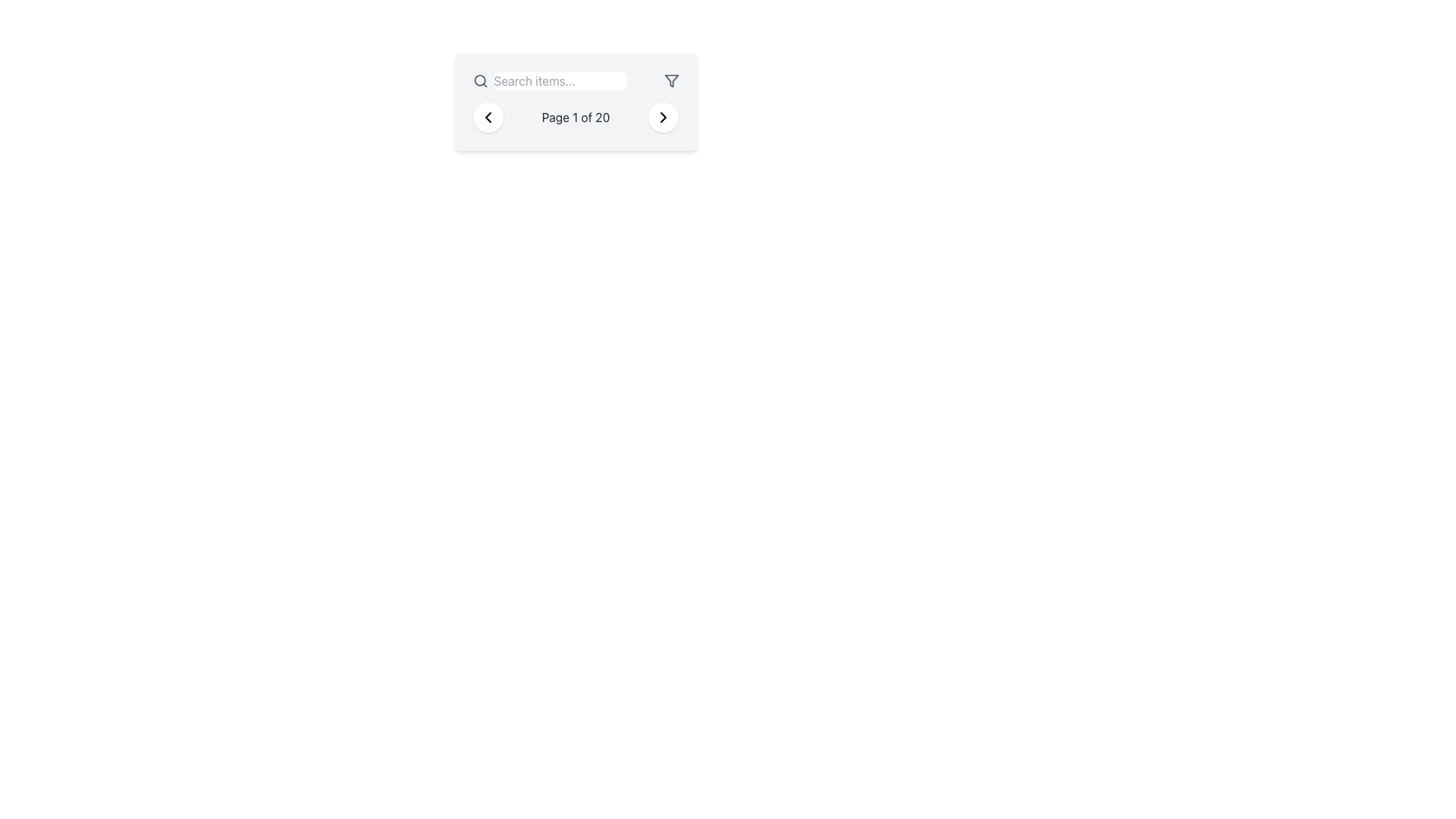 The image size is (1456, 819). Describe the element at coordinates (664, 116) in the screenshot. I see `the navigation button that allows users to go to the next page in a paginated view, located at the rightmost position of the button layout` at that location.